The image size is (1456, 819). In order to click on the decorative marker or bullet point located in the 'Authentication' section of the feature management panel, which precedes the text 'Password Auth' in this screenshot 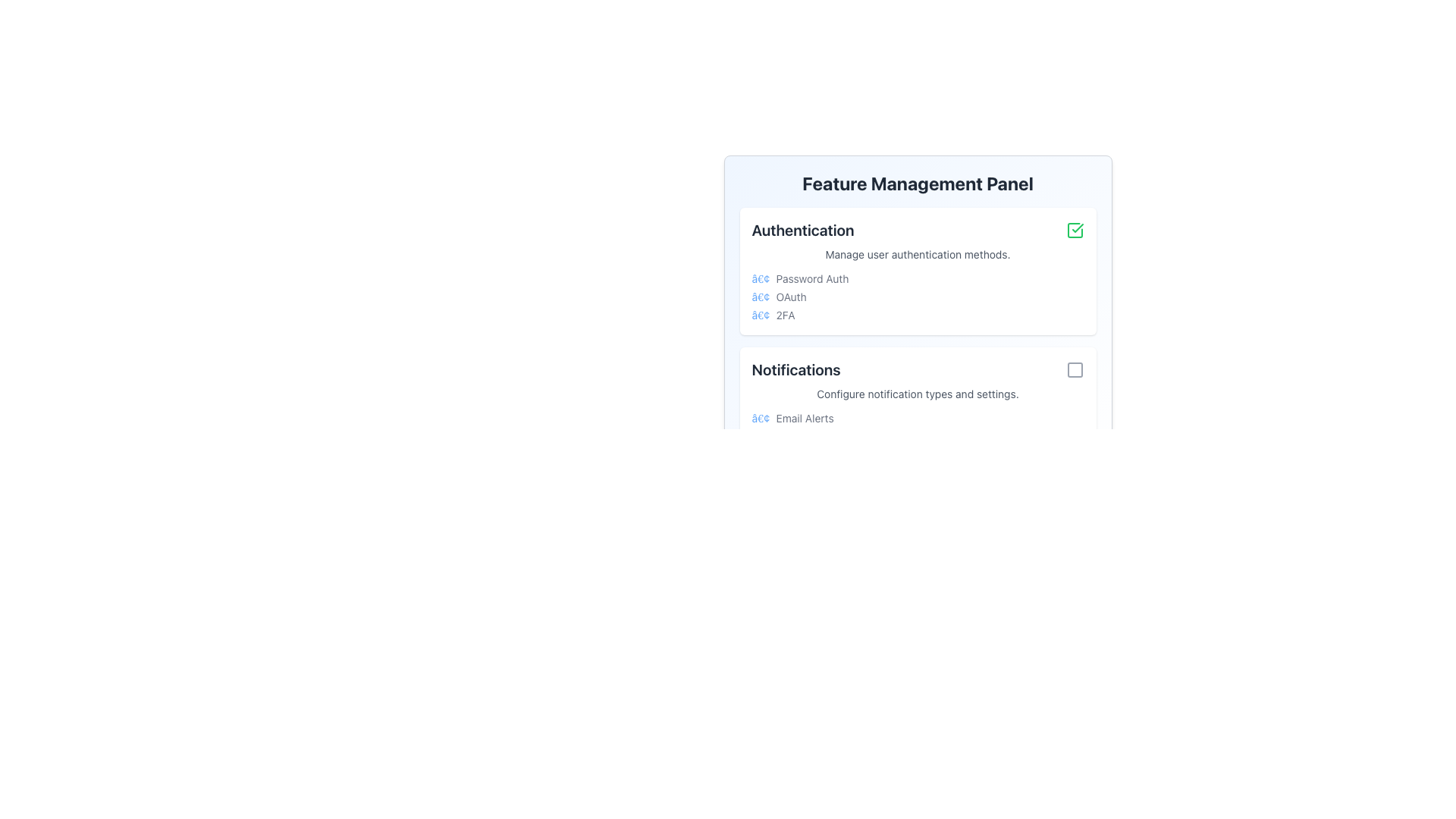, I will do `click(761, 278)`.